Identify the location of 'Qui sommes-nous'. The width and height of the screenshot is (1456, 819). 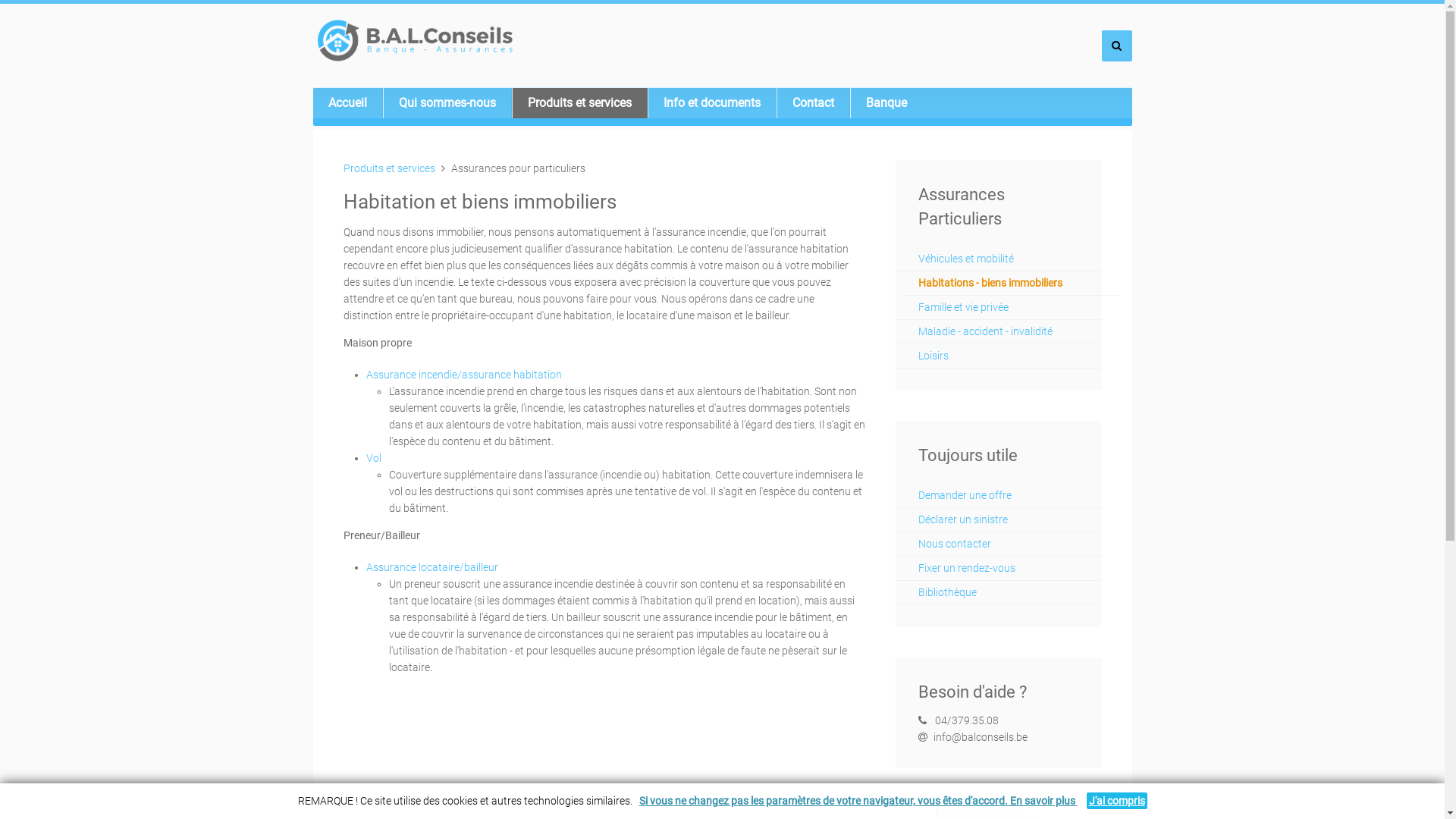
(446, 102).